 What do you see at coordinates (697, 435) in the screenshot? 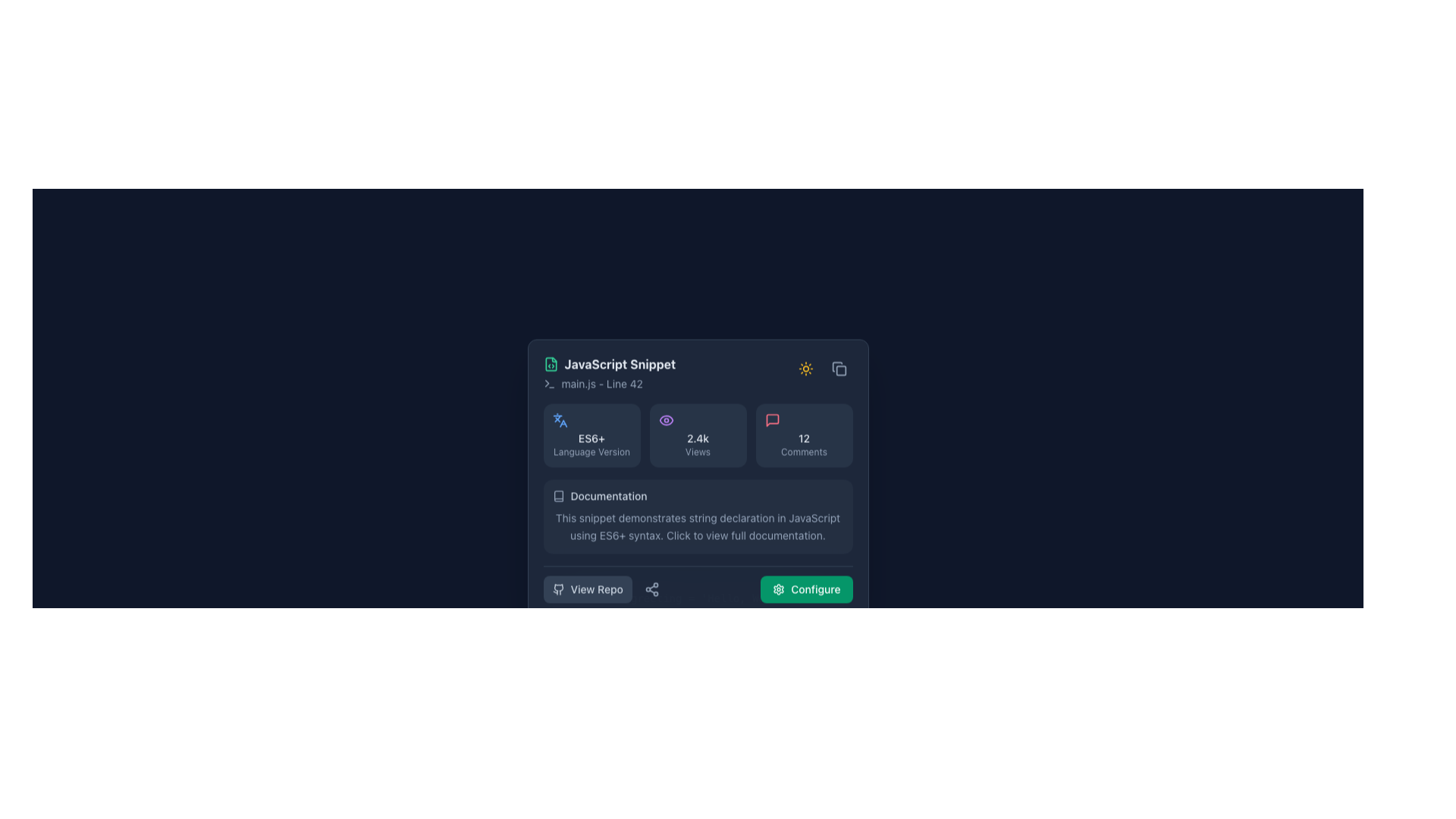
I see `the view count represented by the Display card showing '2.4k Views' with an eye icon, centrally located in the middle column between 'ES6+ Language Version' and '12 Comments'` at bounding box center [697, 435].